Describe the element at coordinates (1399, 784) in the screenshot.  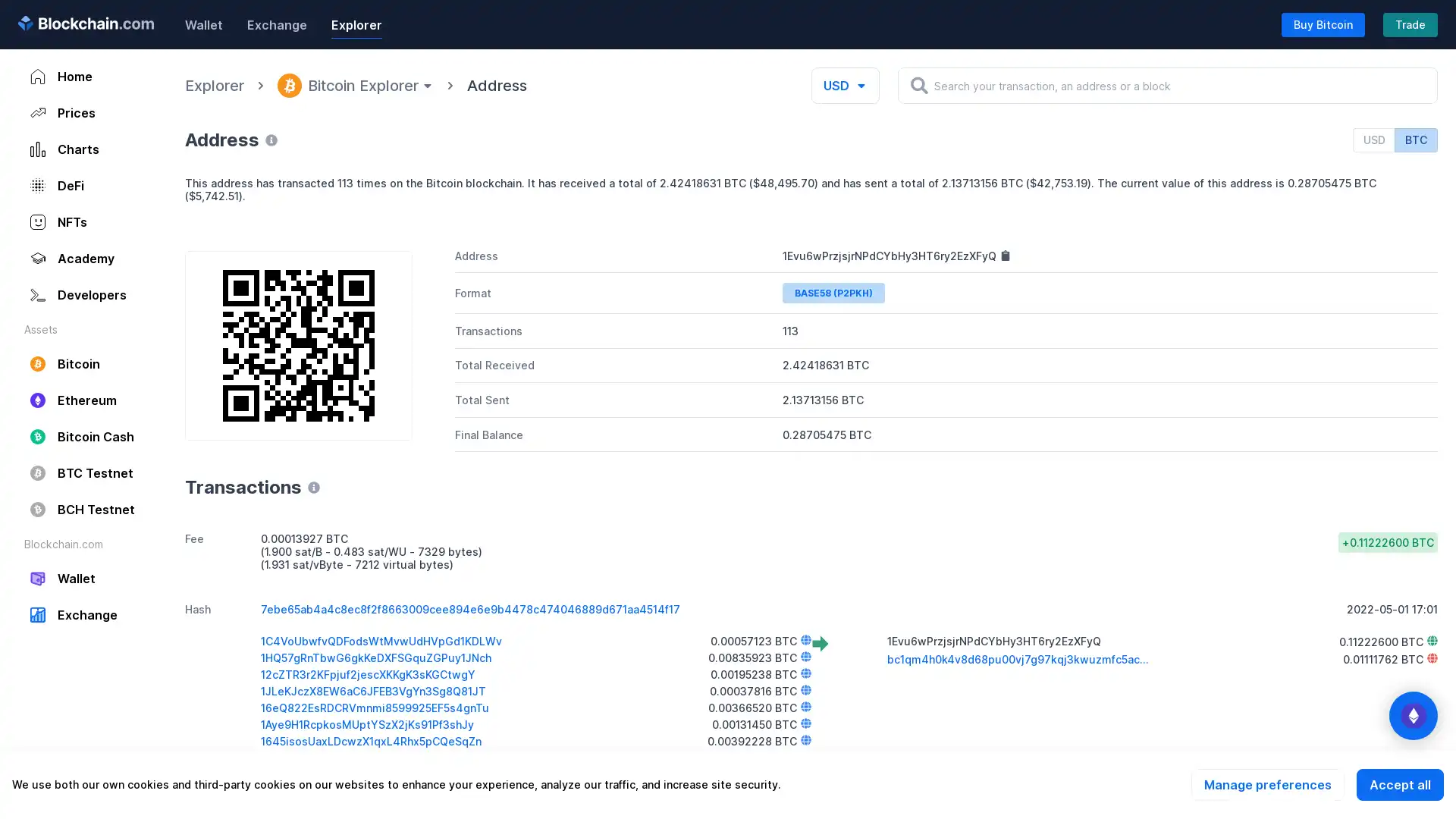
I see `Accept all` at that location.